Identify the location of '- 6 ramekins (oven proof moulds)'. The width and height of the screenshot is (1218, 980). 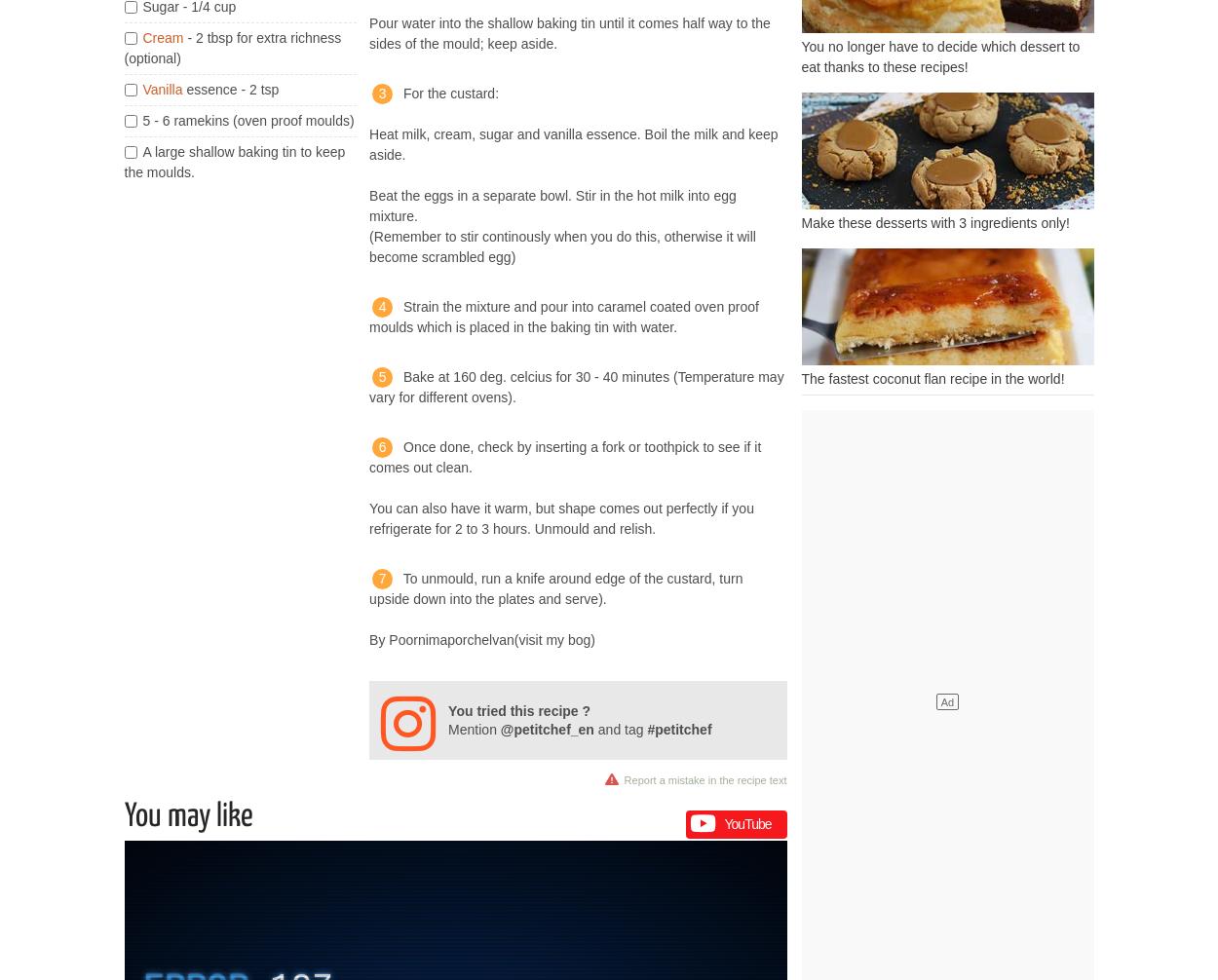
(150, 120).